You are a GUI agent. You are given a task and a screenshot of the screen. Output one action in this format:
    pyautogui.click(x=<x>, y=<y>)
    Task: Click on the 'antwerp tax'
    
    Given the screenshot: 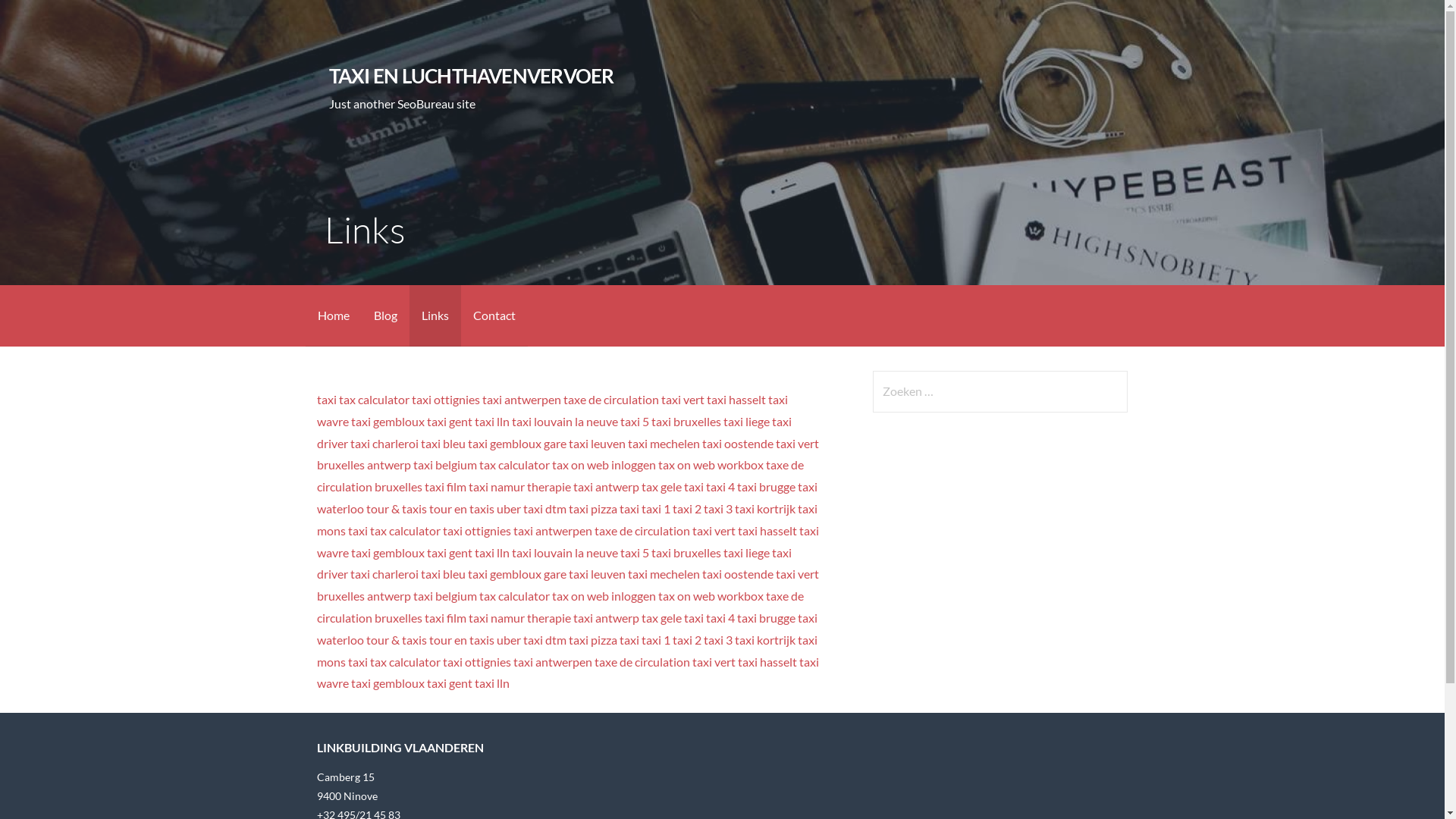 What is the action you would take?
    pyautogui.click(x=626, y=486)
    